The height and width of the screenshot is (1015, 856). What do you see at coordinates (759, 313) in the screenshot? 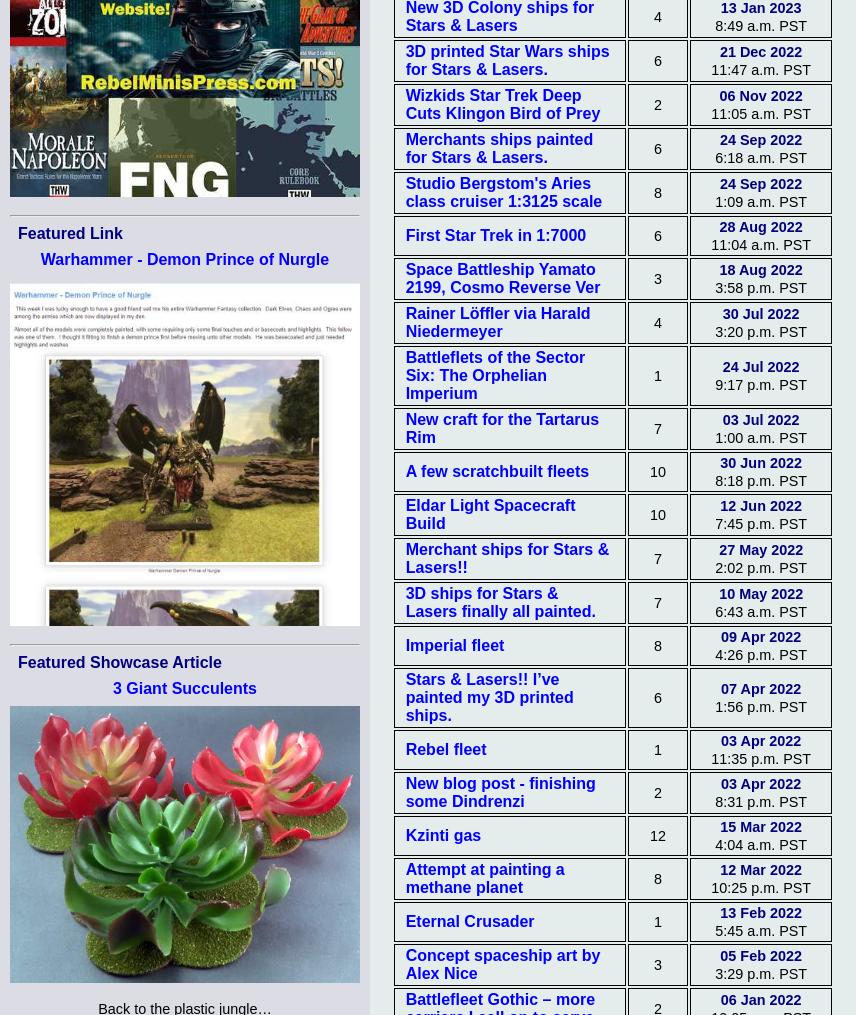
I see `'30 Jul 2022'` at bounding box center [759, 313].